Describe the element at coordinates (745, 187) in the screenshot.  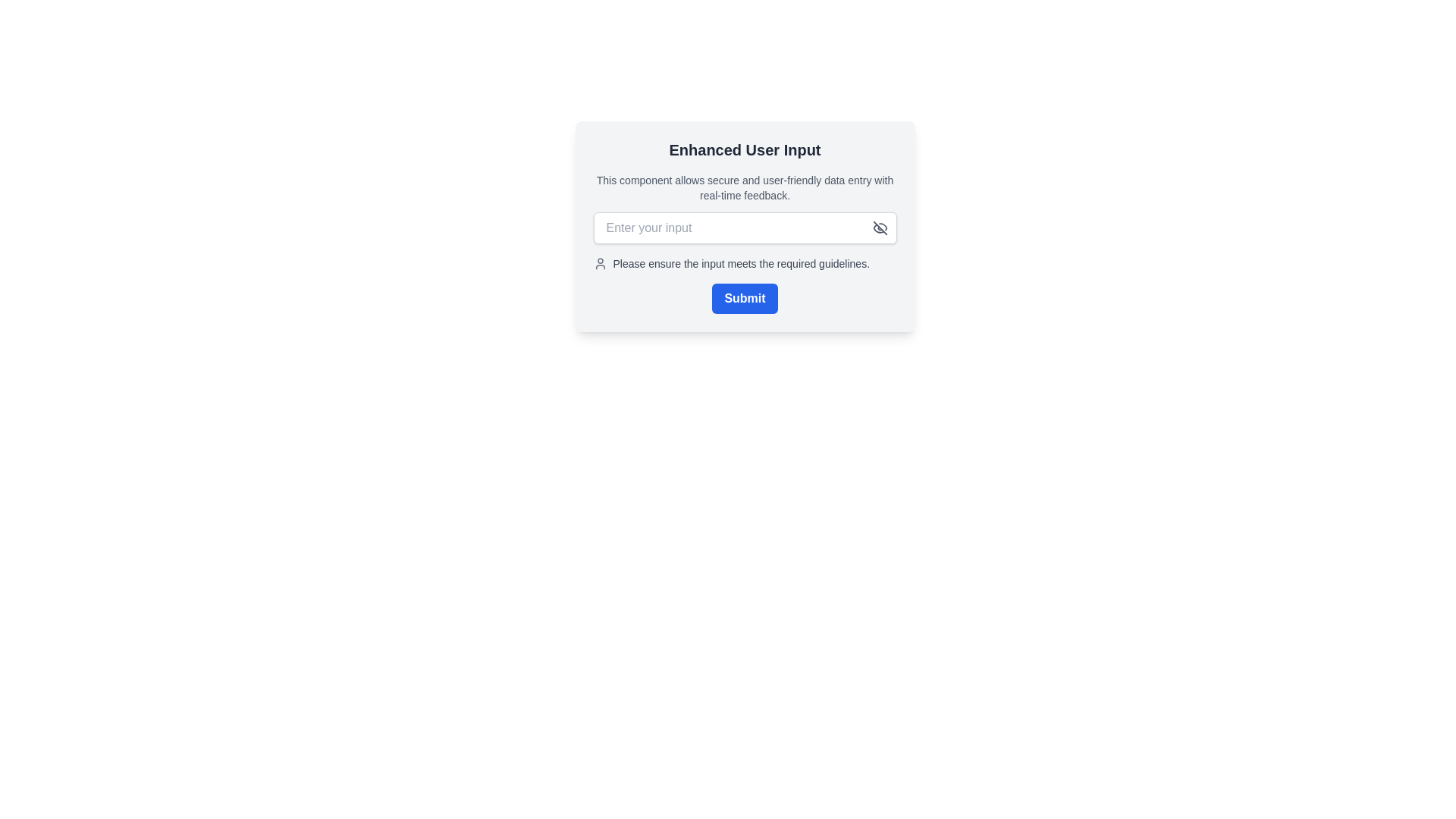
I see `the informational text element positioned below the heading 'Enhanced User Input' in the centered card layout` at that location.